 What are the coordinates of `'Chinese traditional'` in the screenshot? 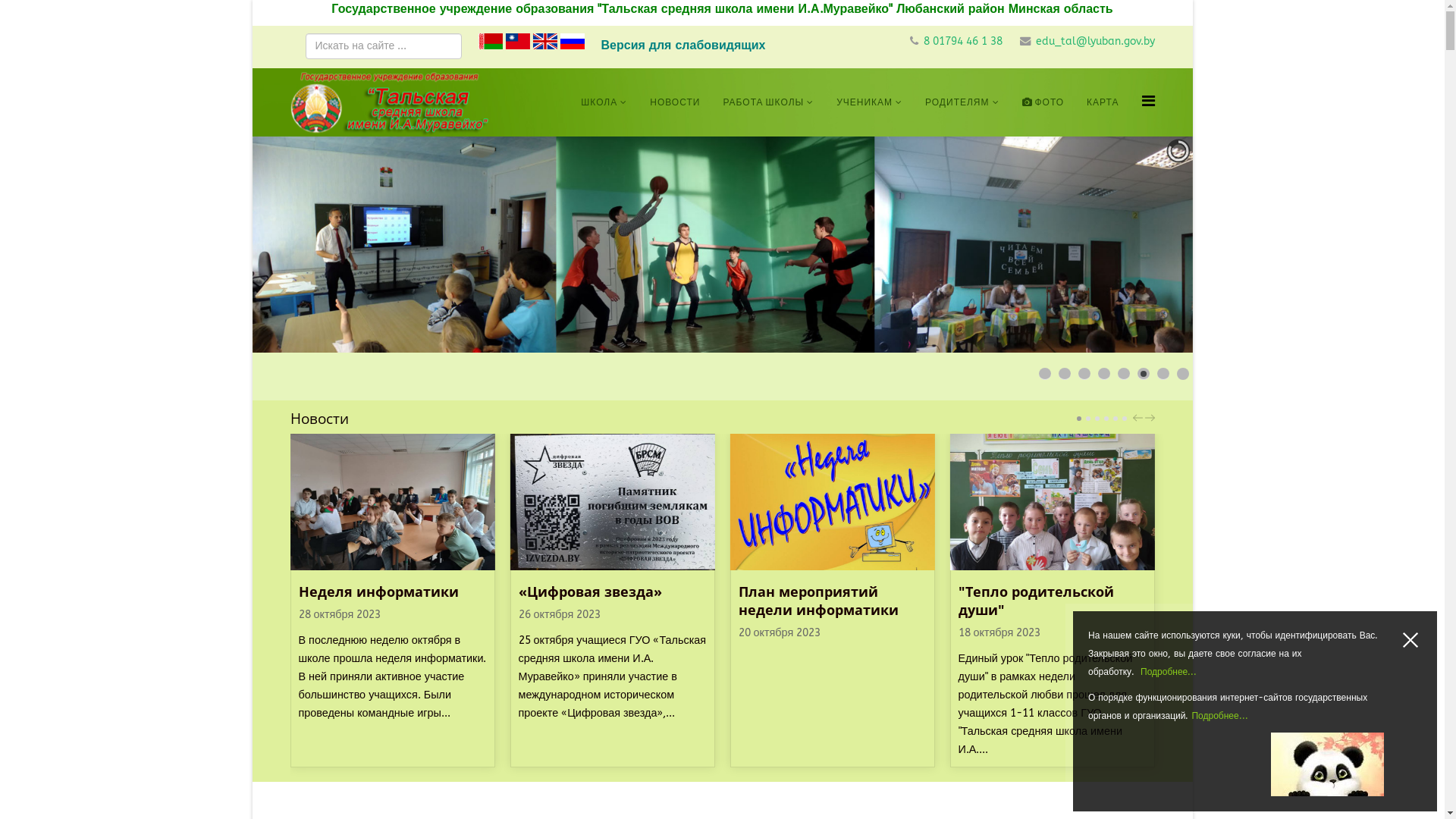 It's located at (516, 40).